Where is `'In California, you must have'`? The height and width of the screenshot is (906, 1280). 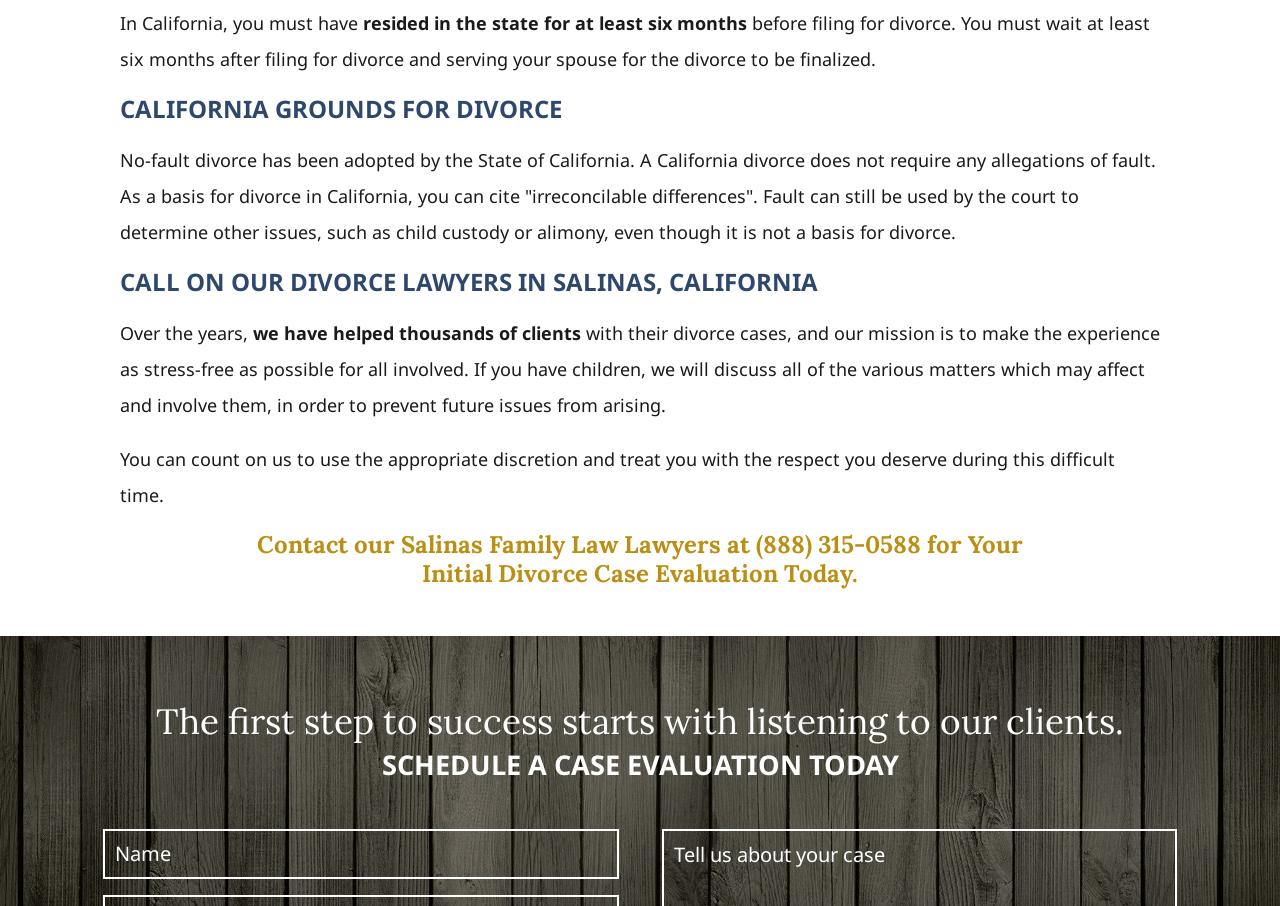 'In California, you must have' is located at coordinates (240, 22).